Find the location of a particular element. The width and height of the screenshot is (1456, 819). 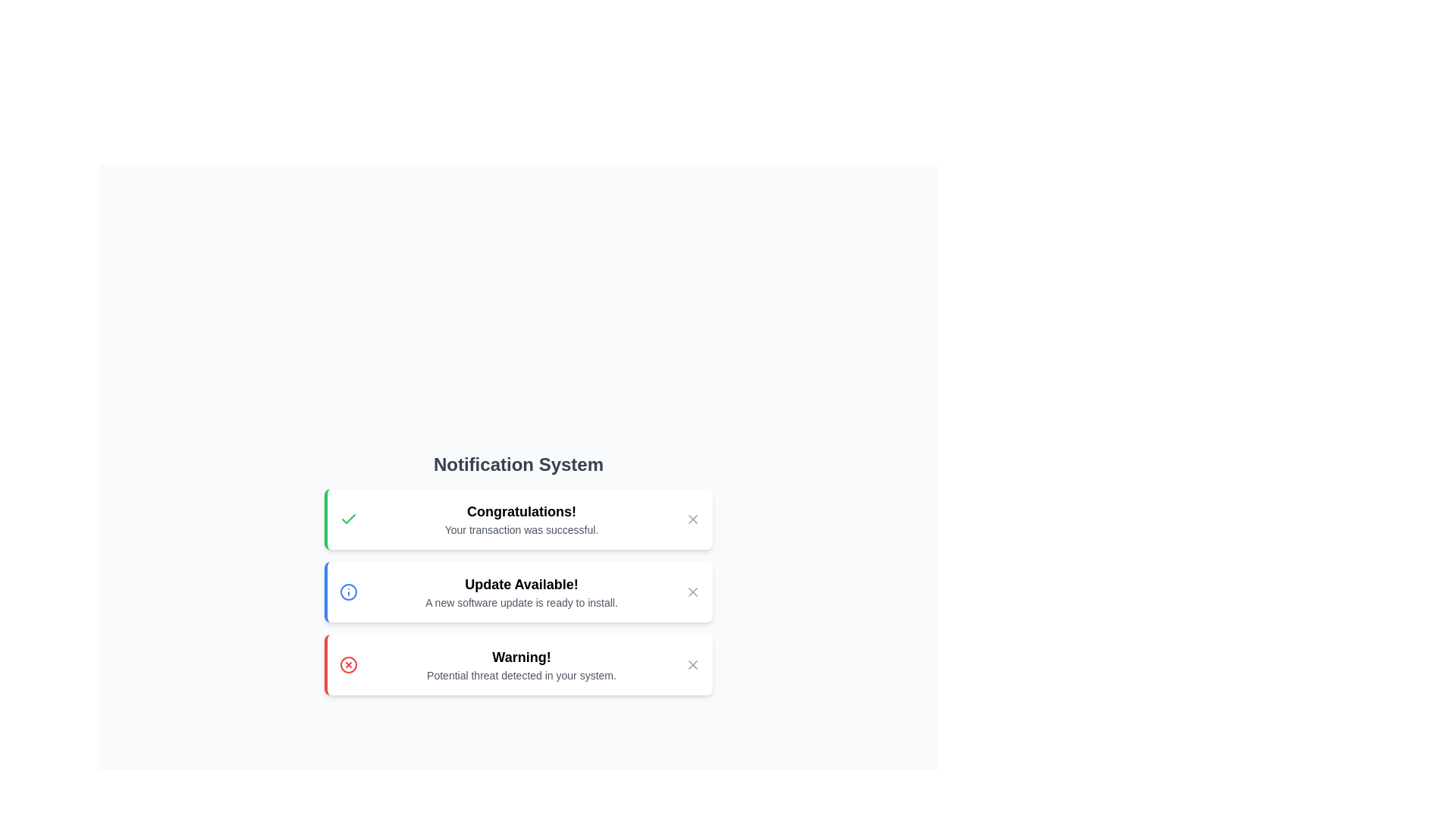

the text label displaying 'Your transaction was successful.' which is positioned below the bold title 'Congratulations!' in the notification area is located at coordinates (521, 529).